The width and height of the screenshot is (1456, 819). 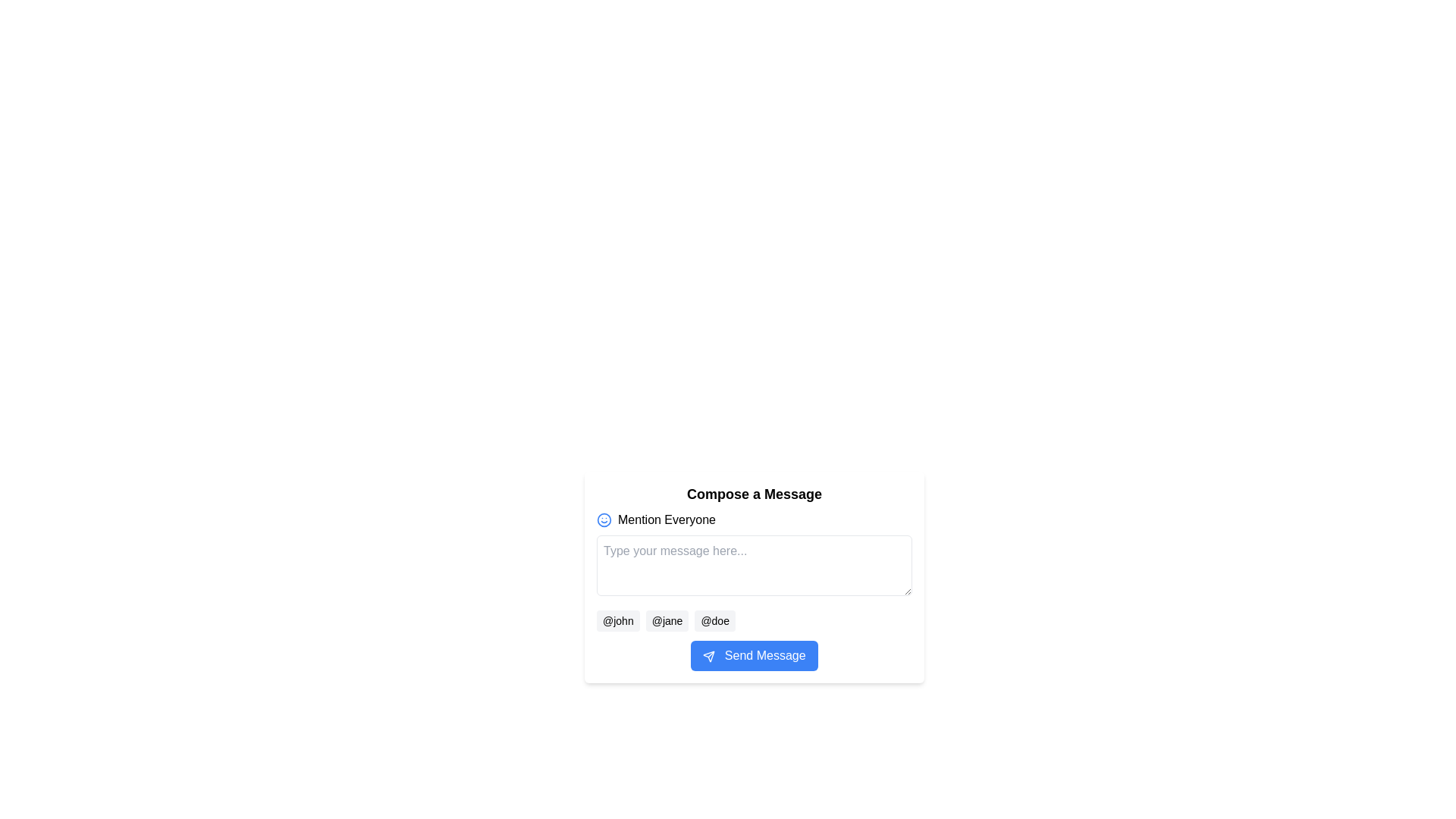 What do you see at coordinates (708, 655) in the screenshot?
I see `the paper airplane icon located within the blue 'Send Message' button at the bottom-right section of the messaging interface` at bounding box center [708, 655].